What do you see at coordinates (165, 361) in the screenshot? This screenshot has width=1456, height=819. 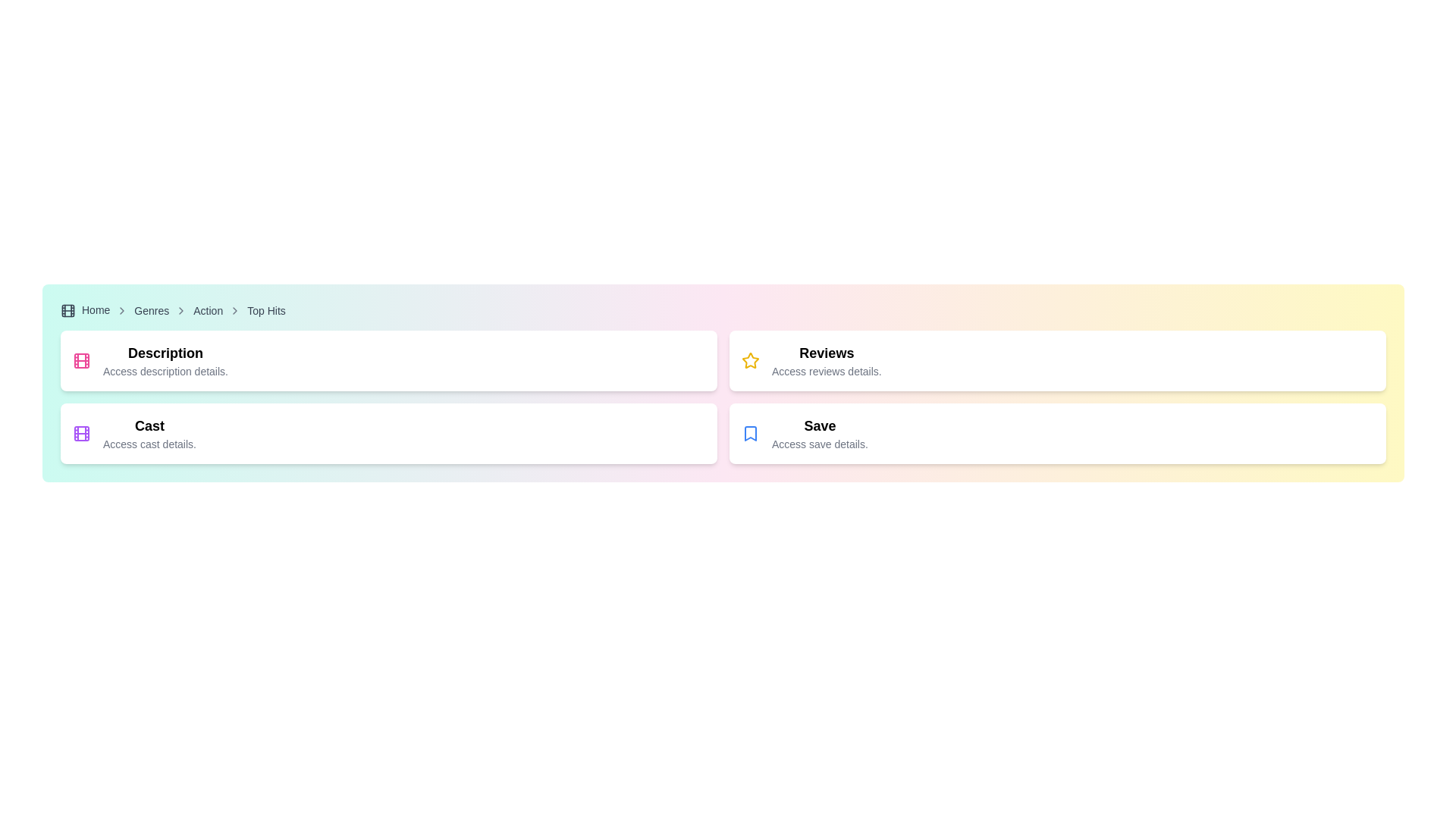 I see `the title and subtitle text-based UI component that introduces the 'Description' feature, located in the upper-left quadrant of the interface, above the 'Cast' element and next to a pink film reel icon` at bounding box center [165, 361].